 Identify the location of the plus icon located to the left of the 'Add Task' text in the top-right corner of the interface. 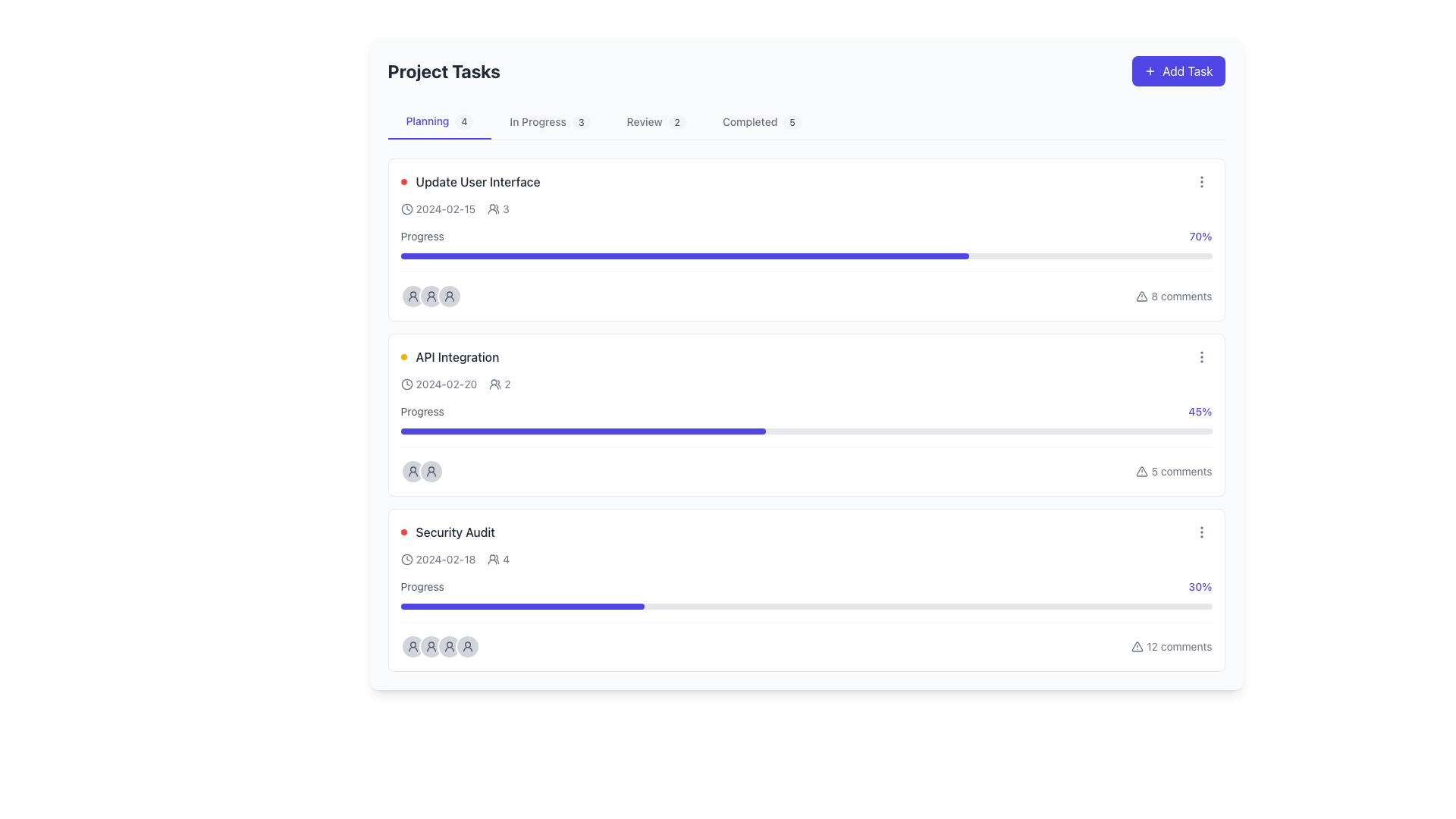
(1150, 71).